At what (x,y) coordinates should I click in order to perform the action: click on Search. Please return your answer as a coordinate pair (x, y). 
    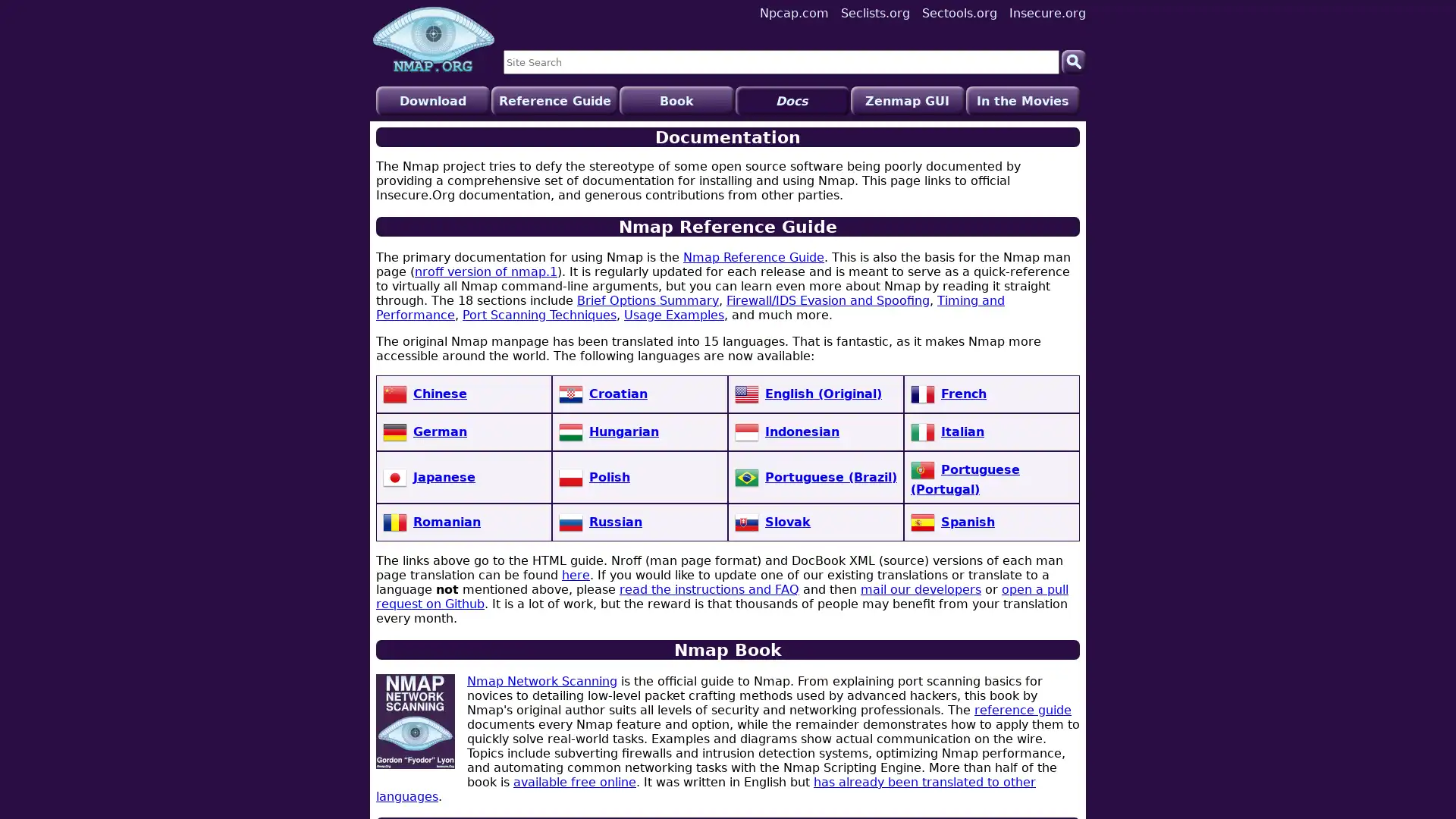
    Looking at the image, I should click on (1073, 61).